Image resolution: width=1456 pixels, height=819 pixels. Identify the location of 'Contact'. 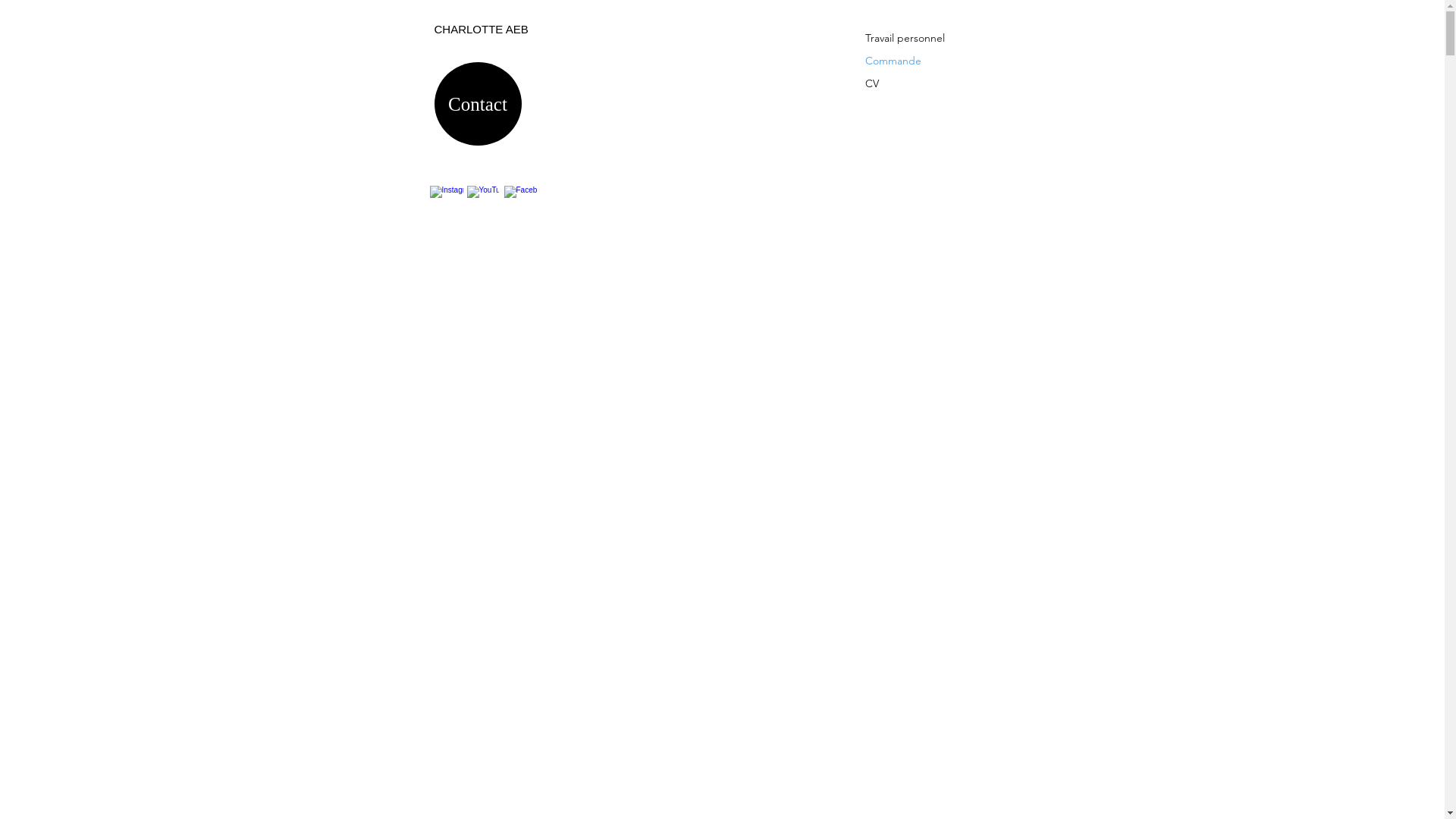
(476, 103).